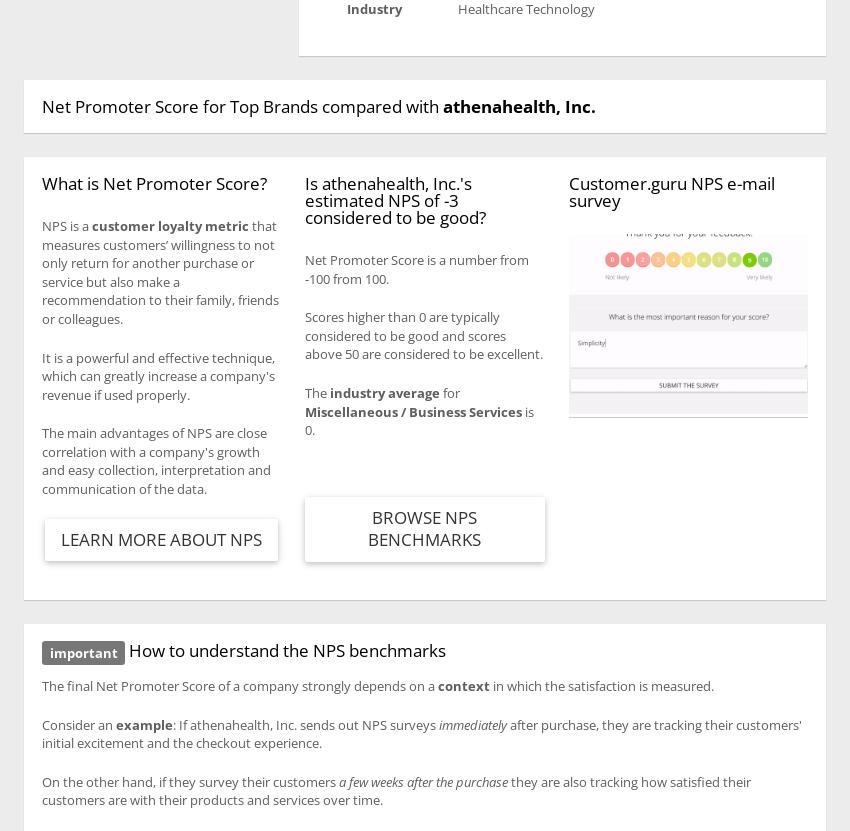 This screenshot has height=831, width=850. Describe the element at coordinates (40, 182) in the screenshot. I see `'What is Net Promoter Score?'` at that location.